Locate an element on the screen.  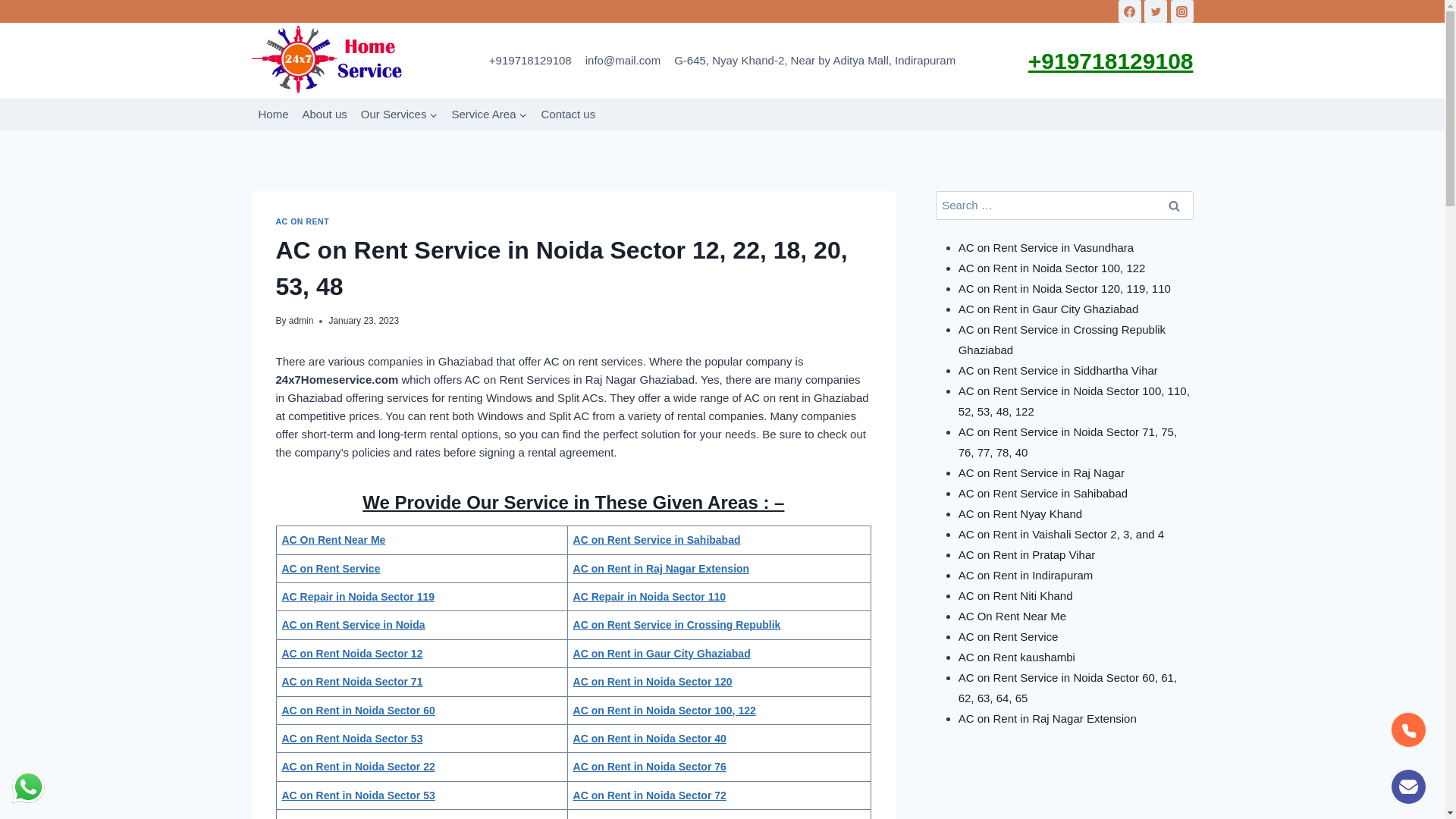
'AC on Rent in Noida Sector 120, 119, 110' is located at coordinates (1063, 288).